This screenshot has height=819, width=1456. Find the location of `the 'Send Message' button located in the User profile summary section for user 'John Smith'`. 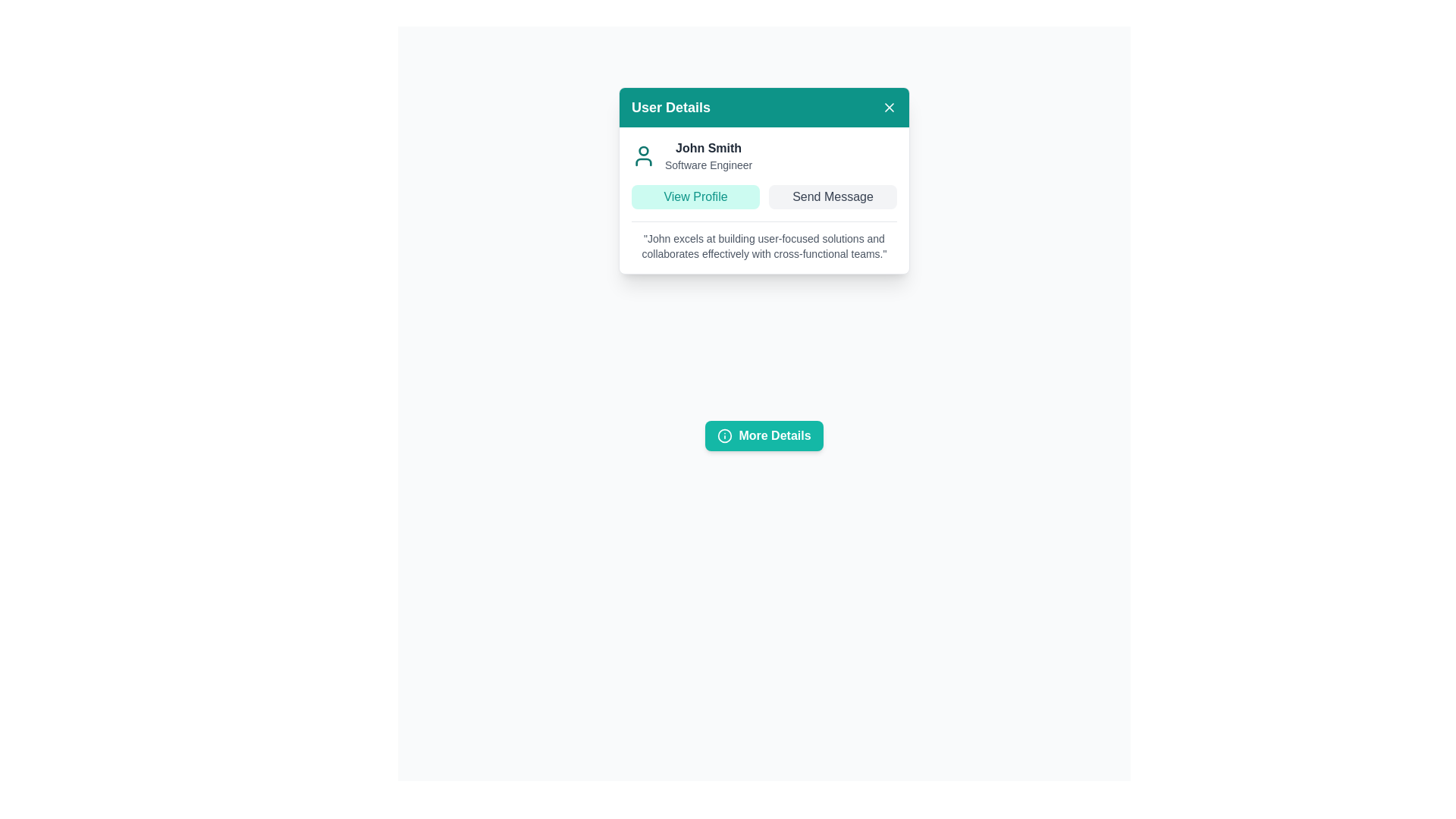

the 'Send Message' button located in the User profile summary section for user 'John Smith' is located at coordinates (764, 199).